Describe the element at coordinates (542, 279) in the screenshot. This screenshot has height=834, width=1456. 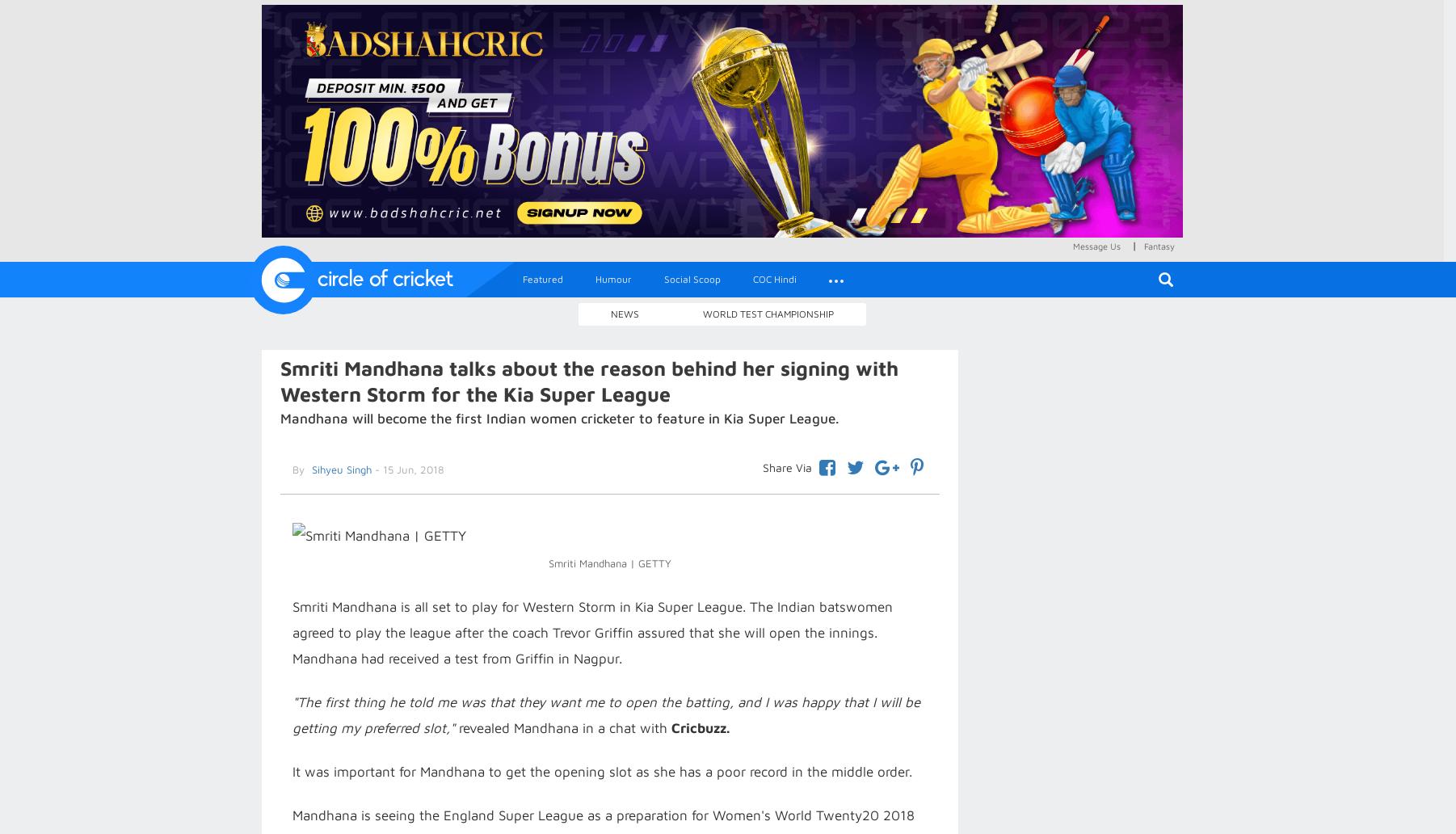
I see `'Featured'` at that location.